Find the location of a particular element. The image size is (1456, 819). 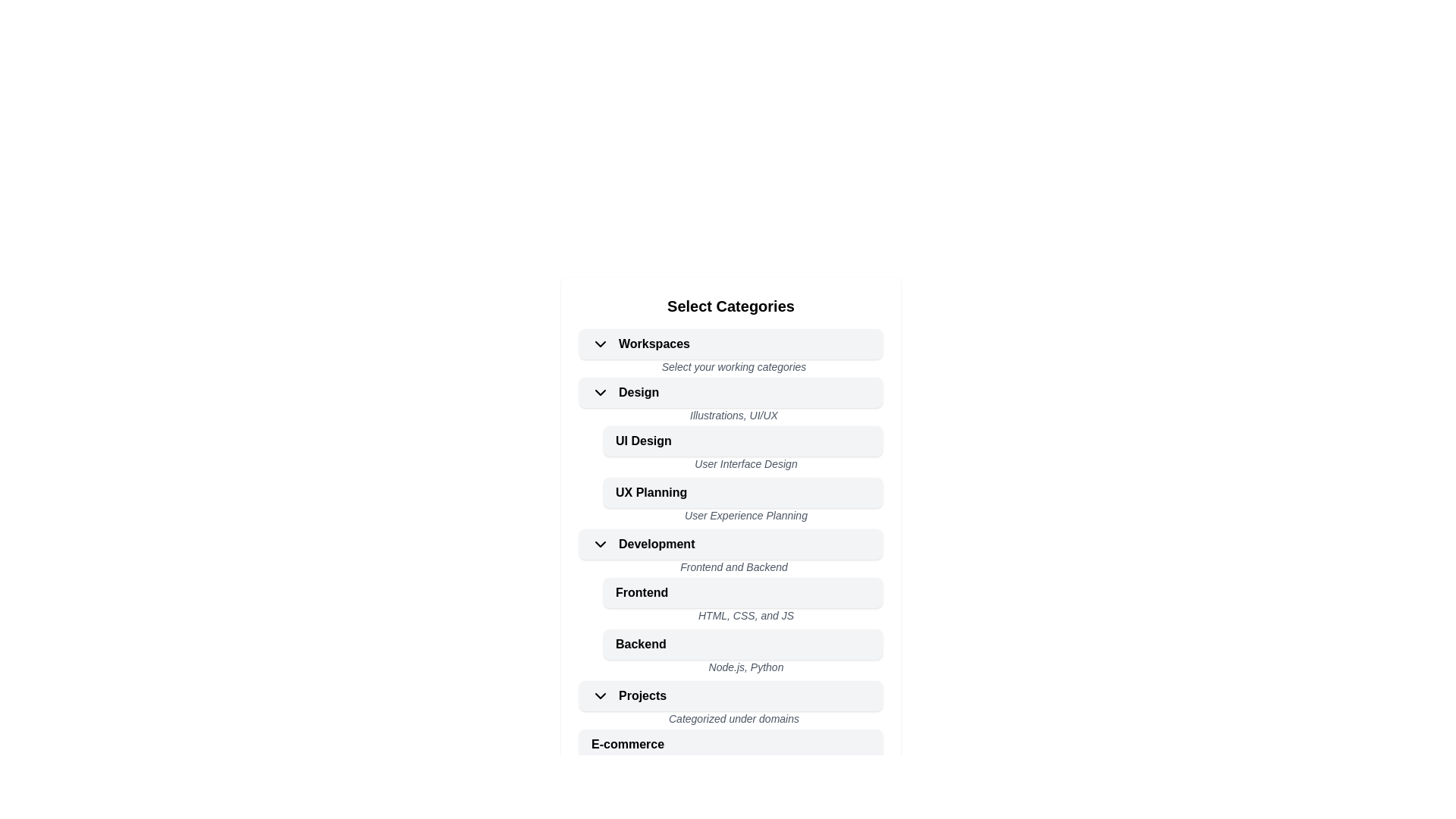

the 'UX Planning' text label, which is styled with a bold font and has a light gray background, located in the 'Design' category, positioned below 'UI Design' is located at coordinates (651, 493).